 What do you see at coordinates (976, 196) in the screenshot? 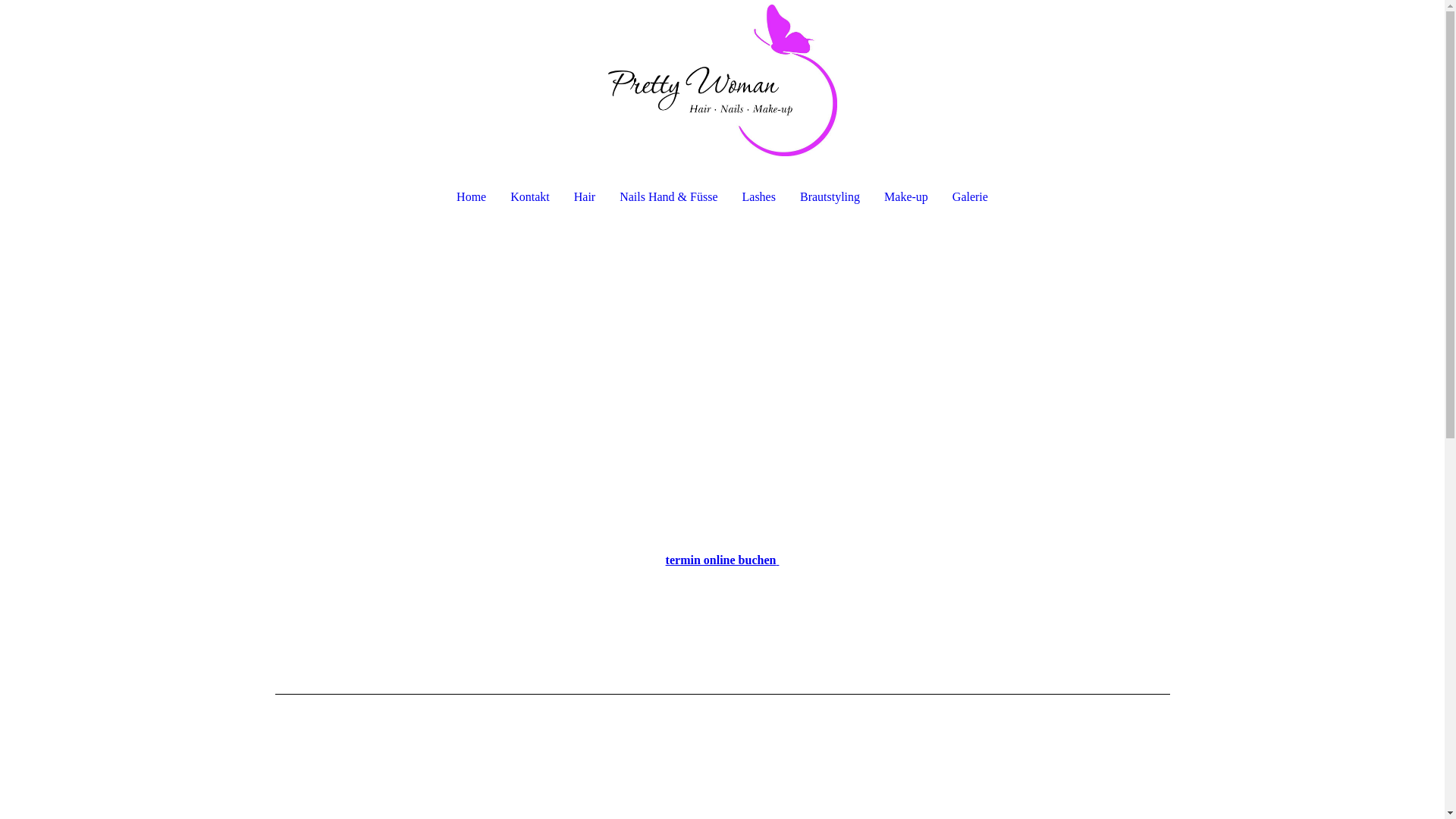
I see `'Galerie'` at bounding box center [976, 196].